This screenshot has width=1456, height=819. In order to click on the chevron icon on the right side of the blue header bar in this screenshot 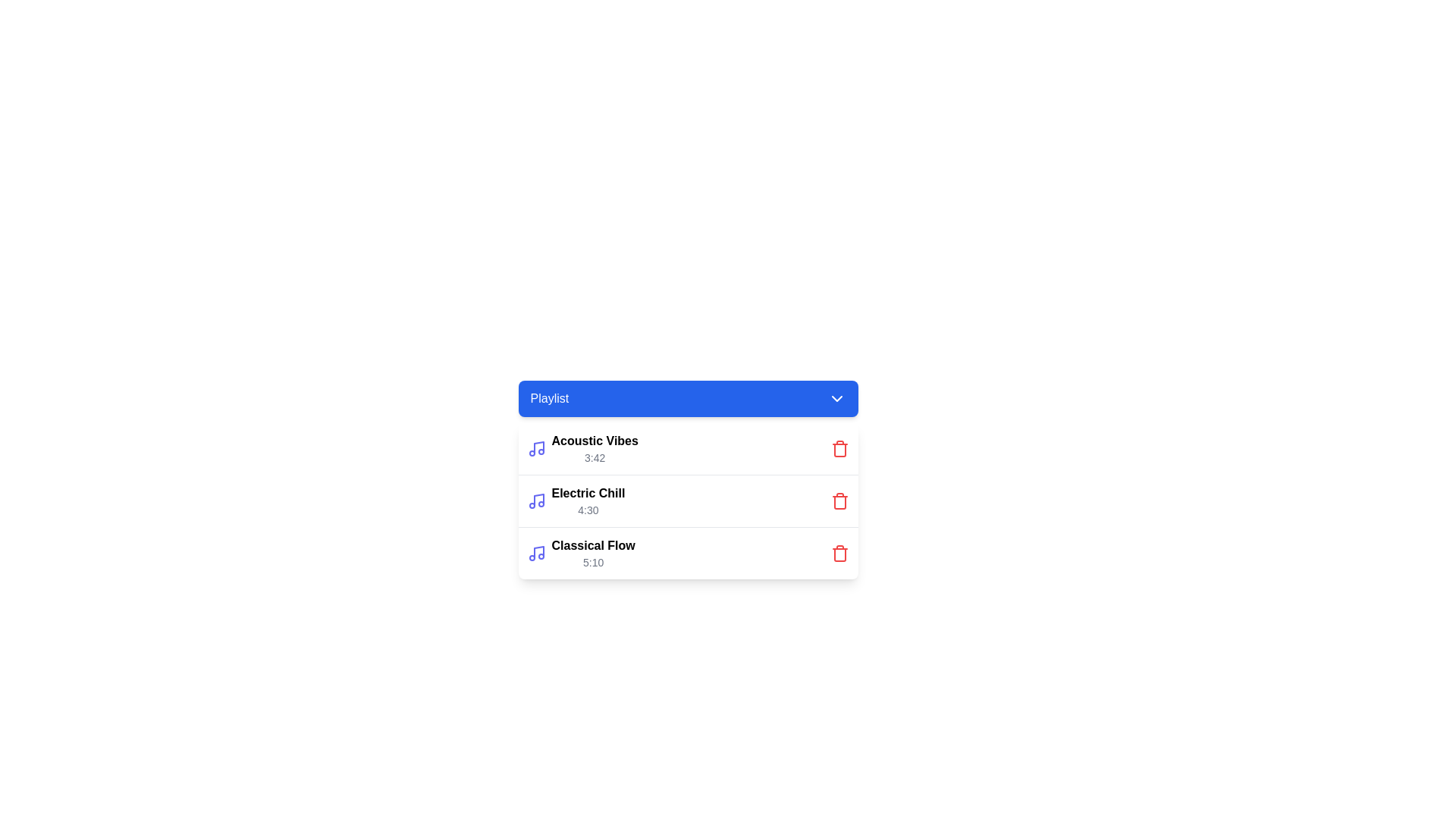, I will do `click(836, 397)`.